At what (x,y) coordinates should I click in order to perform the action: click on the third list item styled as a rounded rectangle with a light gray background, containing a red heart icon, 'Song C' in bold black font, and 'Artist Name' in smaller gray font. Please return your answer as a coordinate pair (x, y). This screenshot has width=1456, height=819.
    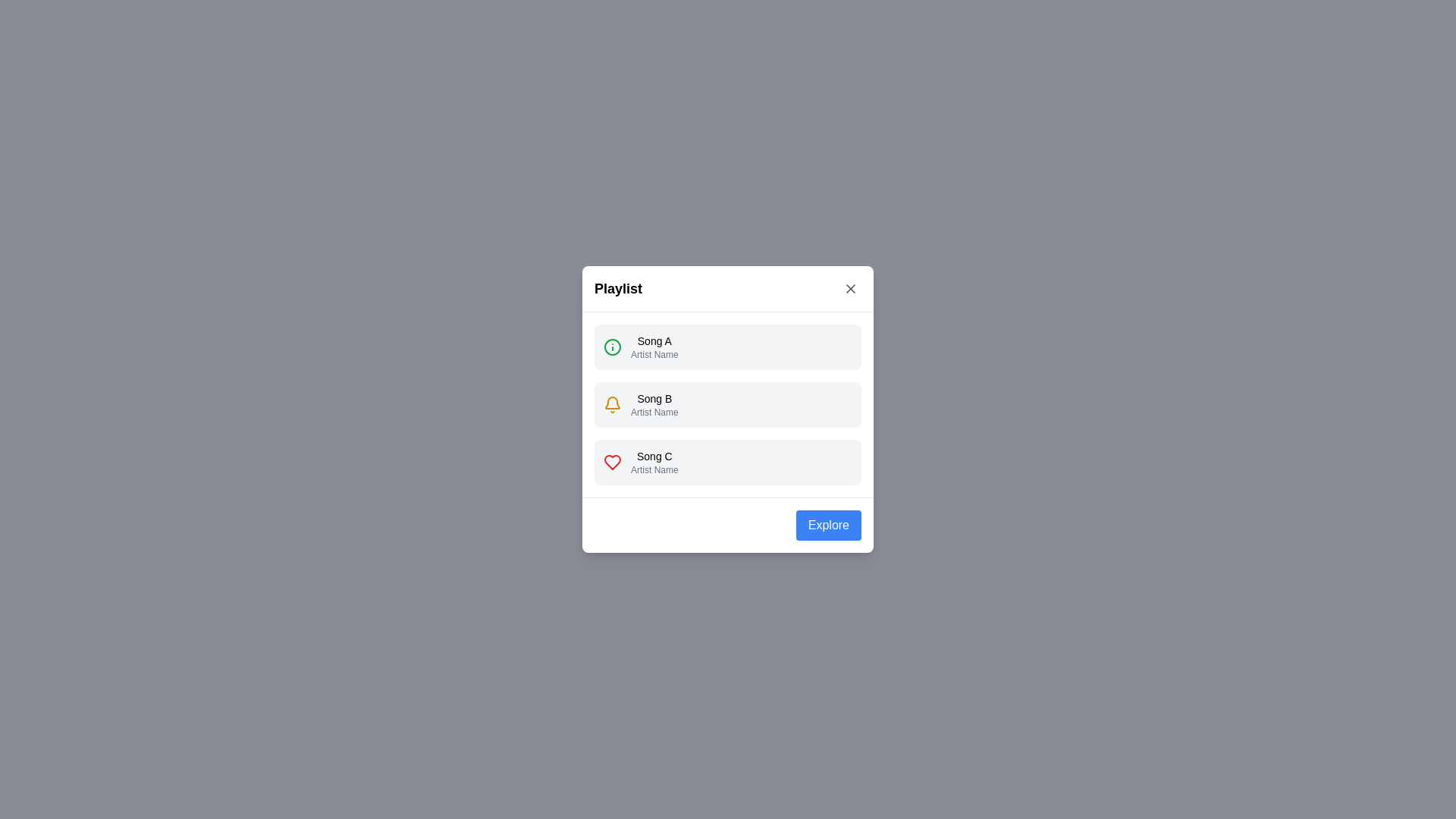
    Looking at the image, I should click on (728, 461).